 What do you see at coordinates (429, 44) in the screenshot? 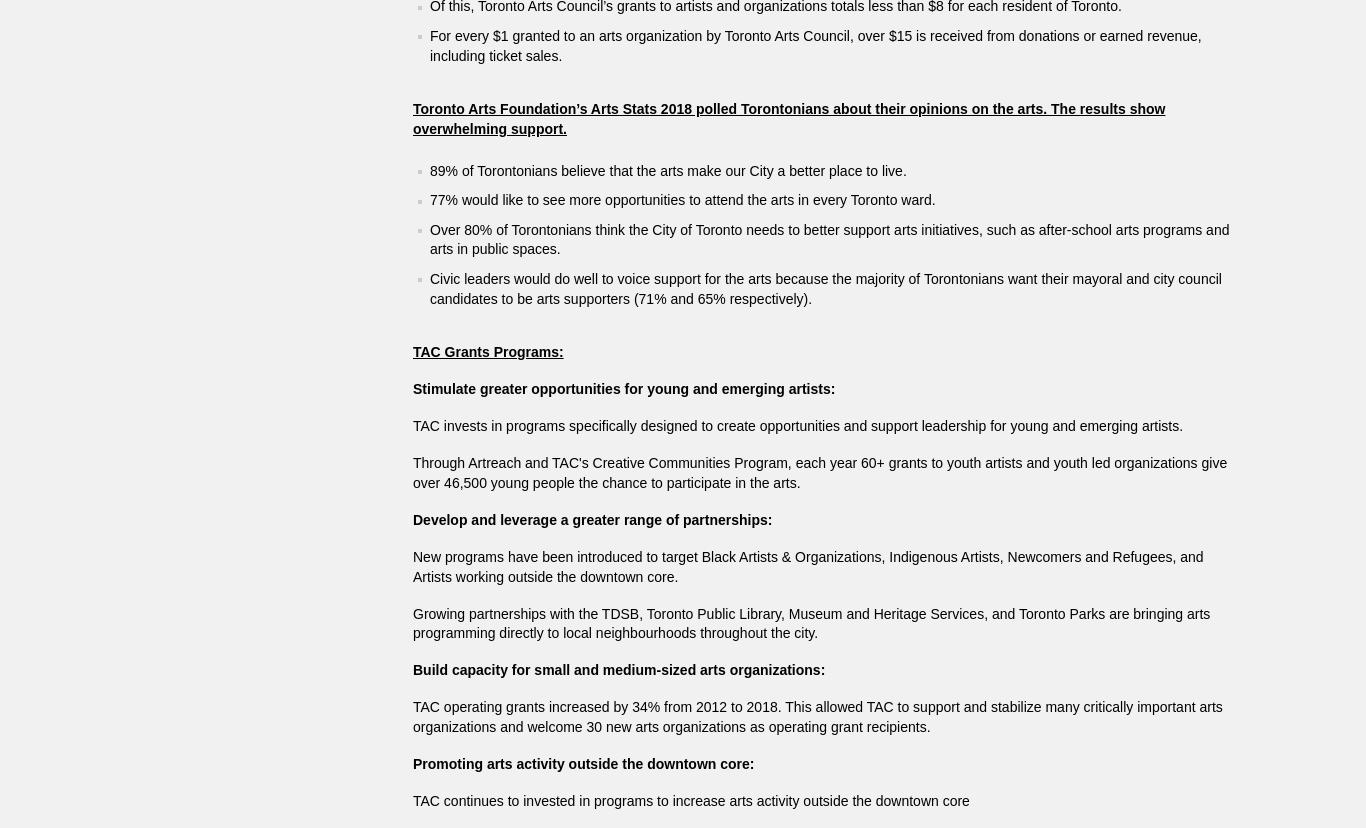
I see `'For every $1 granted to an arts organization by Toronto Arts Council, over $15 is received from donations or earned revenue, including ticket sales.'` at bounding box center [429, 44].